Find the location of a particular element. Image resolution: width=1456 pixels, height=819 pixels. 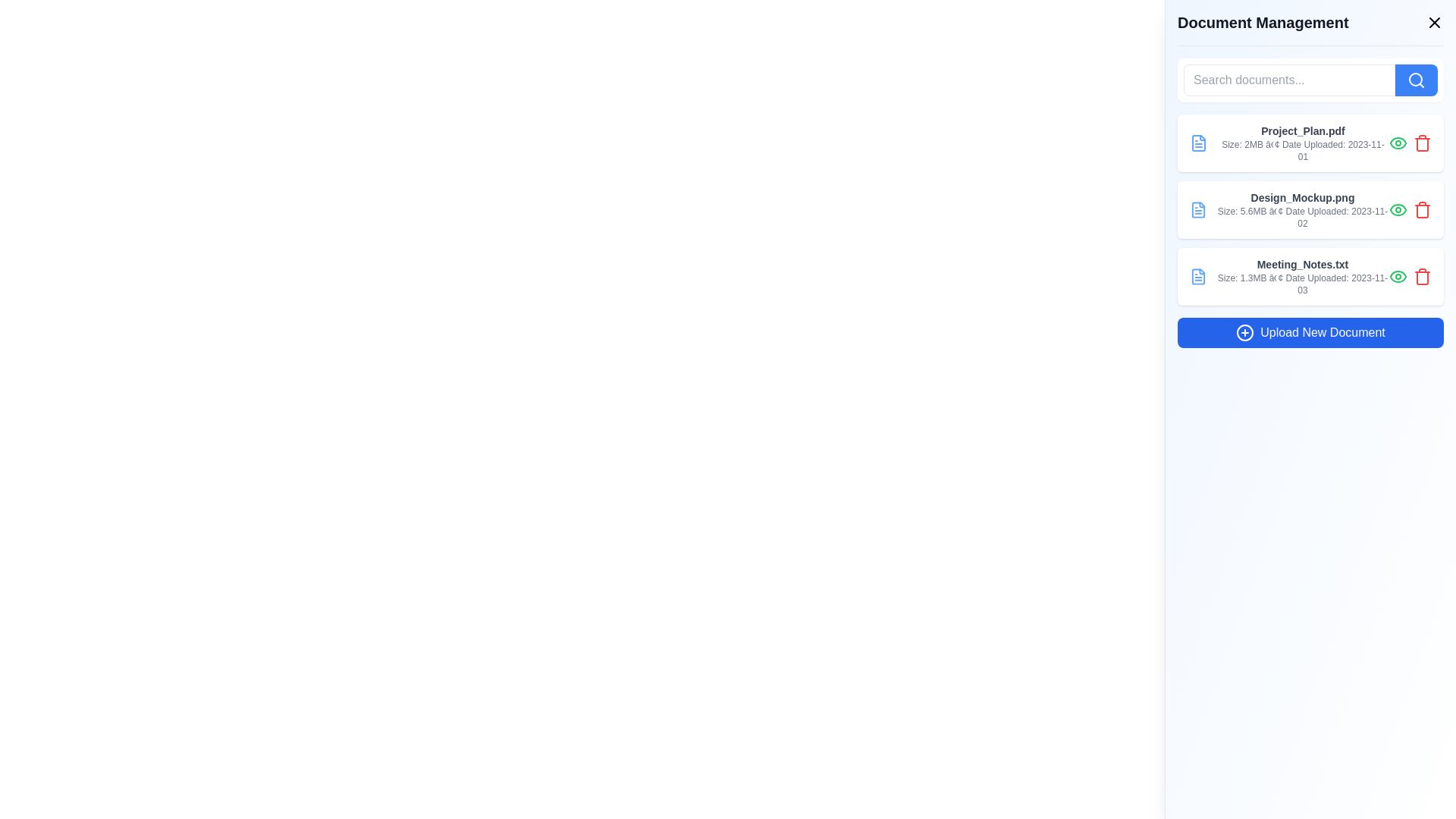

the 'Upload New Document' button is located at coordinates (1310, 332).